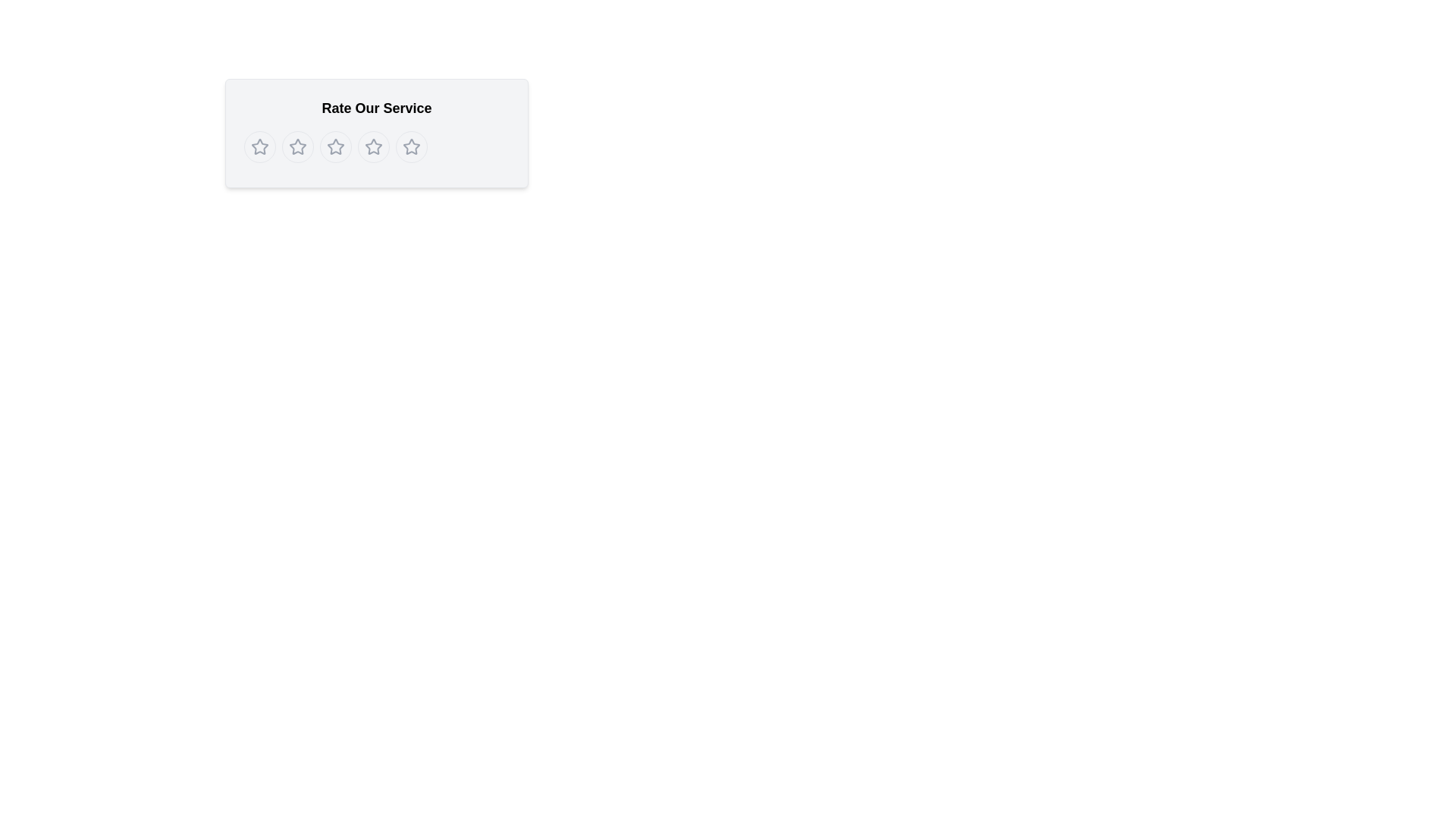  I want to click on keyboard navigation, so click(298, 146).